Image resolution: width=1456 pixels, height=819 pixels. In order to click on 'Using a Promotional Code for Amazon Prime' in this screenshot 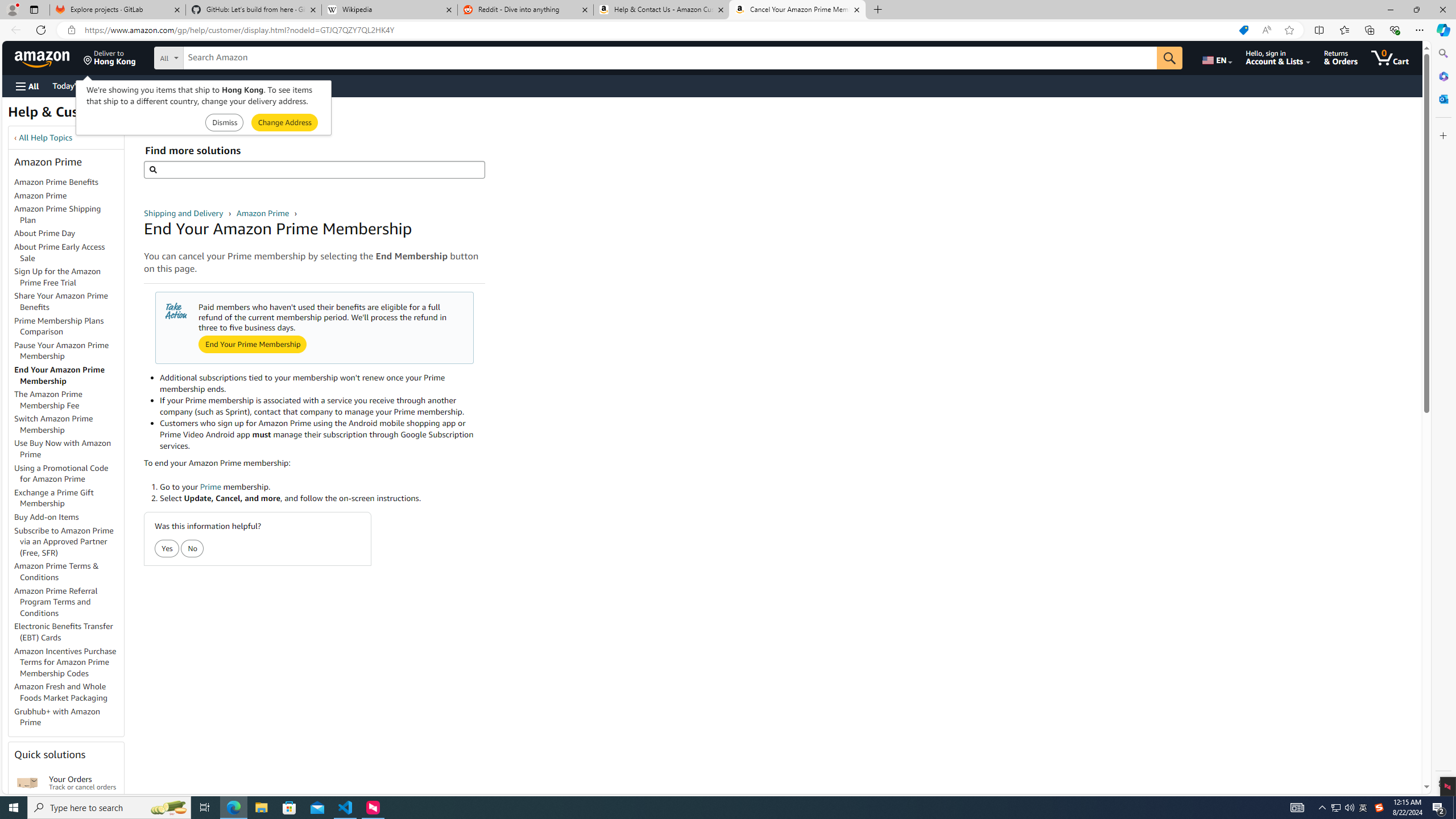, I will do `click(61, 473)`.